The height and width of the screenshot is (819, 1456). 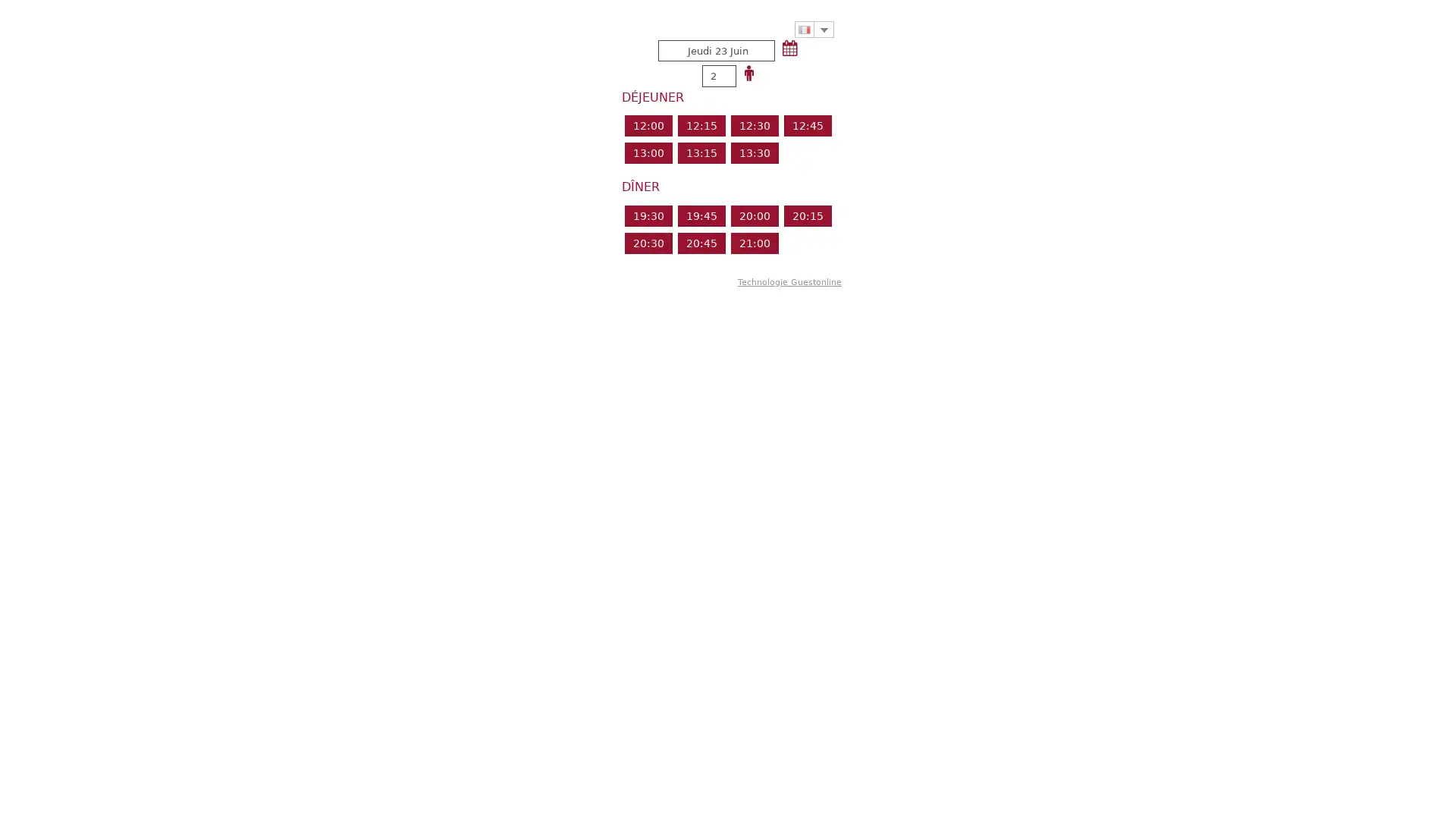 What do you see at coordinates (754, 124) in the screenshot?
I see `12:30` at bounding box center [754, 124].